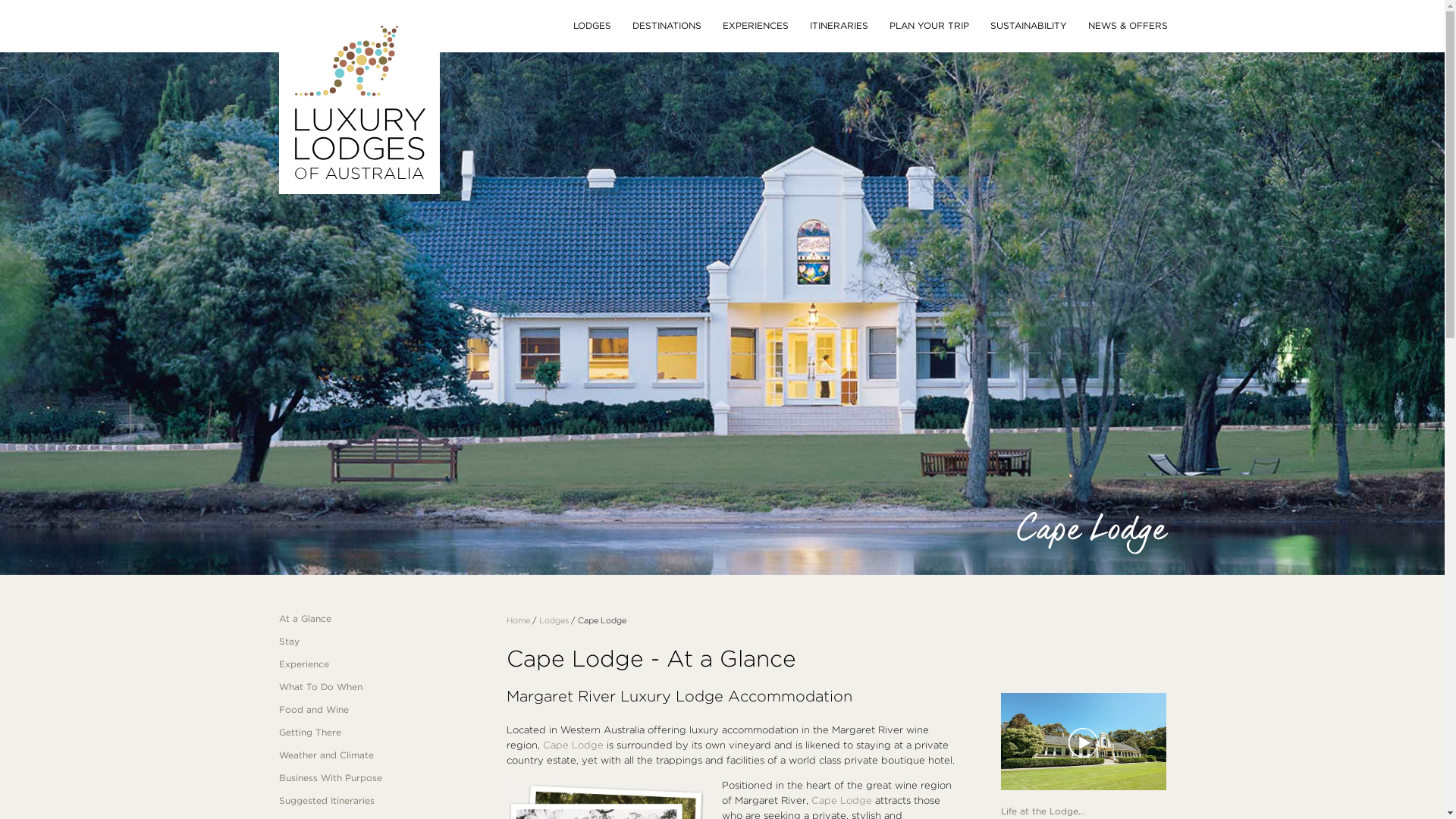 The image size is (1456, 819). What do you see at coordinates (552, 620) in the screenshot?
I see `'Lodges'` at bounding box center [552, 620].